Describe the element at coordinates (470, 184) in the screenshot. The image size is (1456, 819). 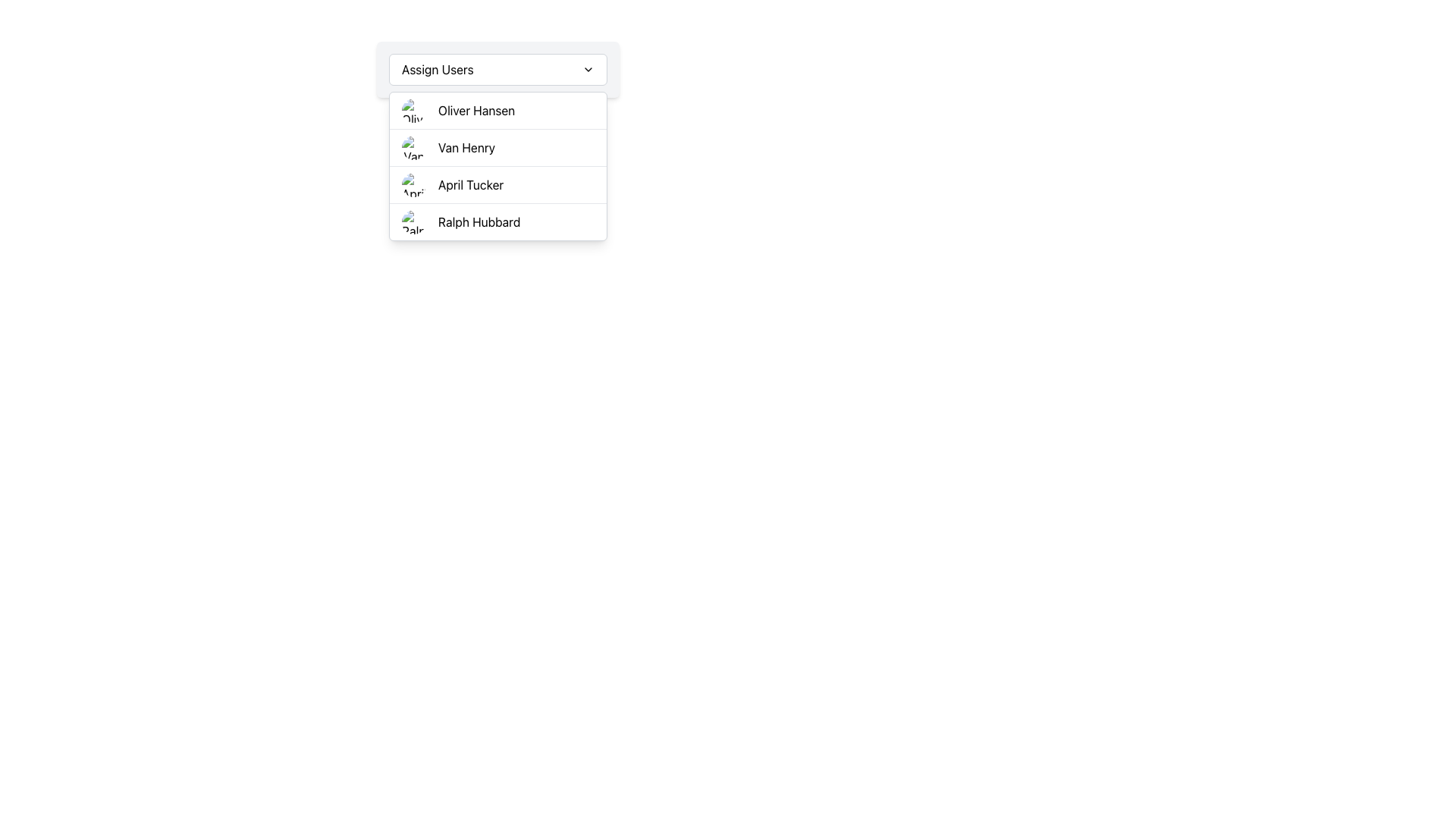
I see `to select the list item labeled 'April Tucker' in the dropdown, which is styled in standard sans-serif font and positioned in the third row, between 'Van Henry' and 'Ralph Hubbard'` at that location.